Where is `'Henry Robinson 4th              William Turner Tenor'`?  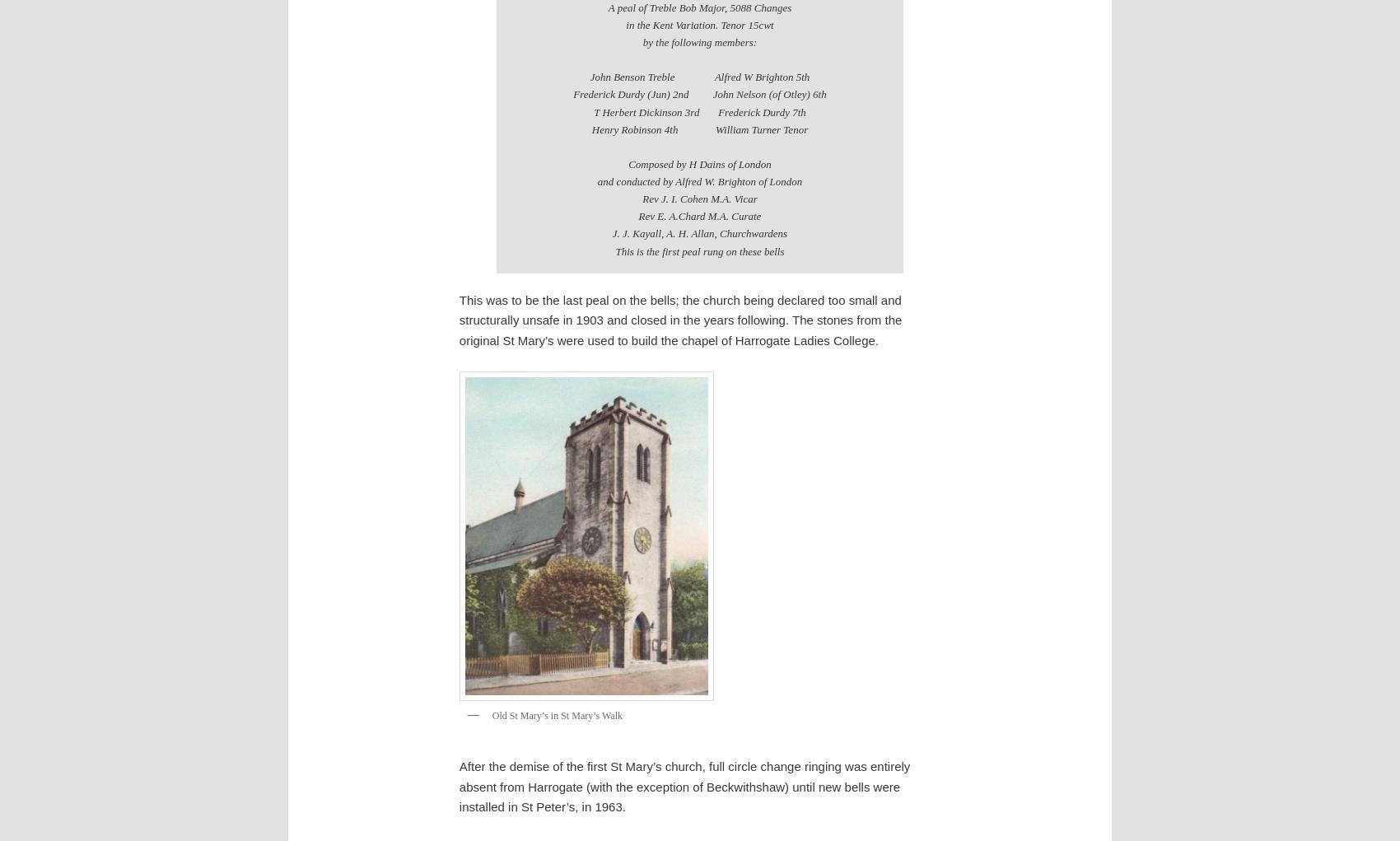
'Henry Robinson 4th              William Turner Tenor' is located at coordinates (698, 128).